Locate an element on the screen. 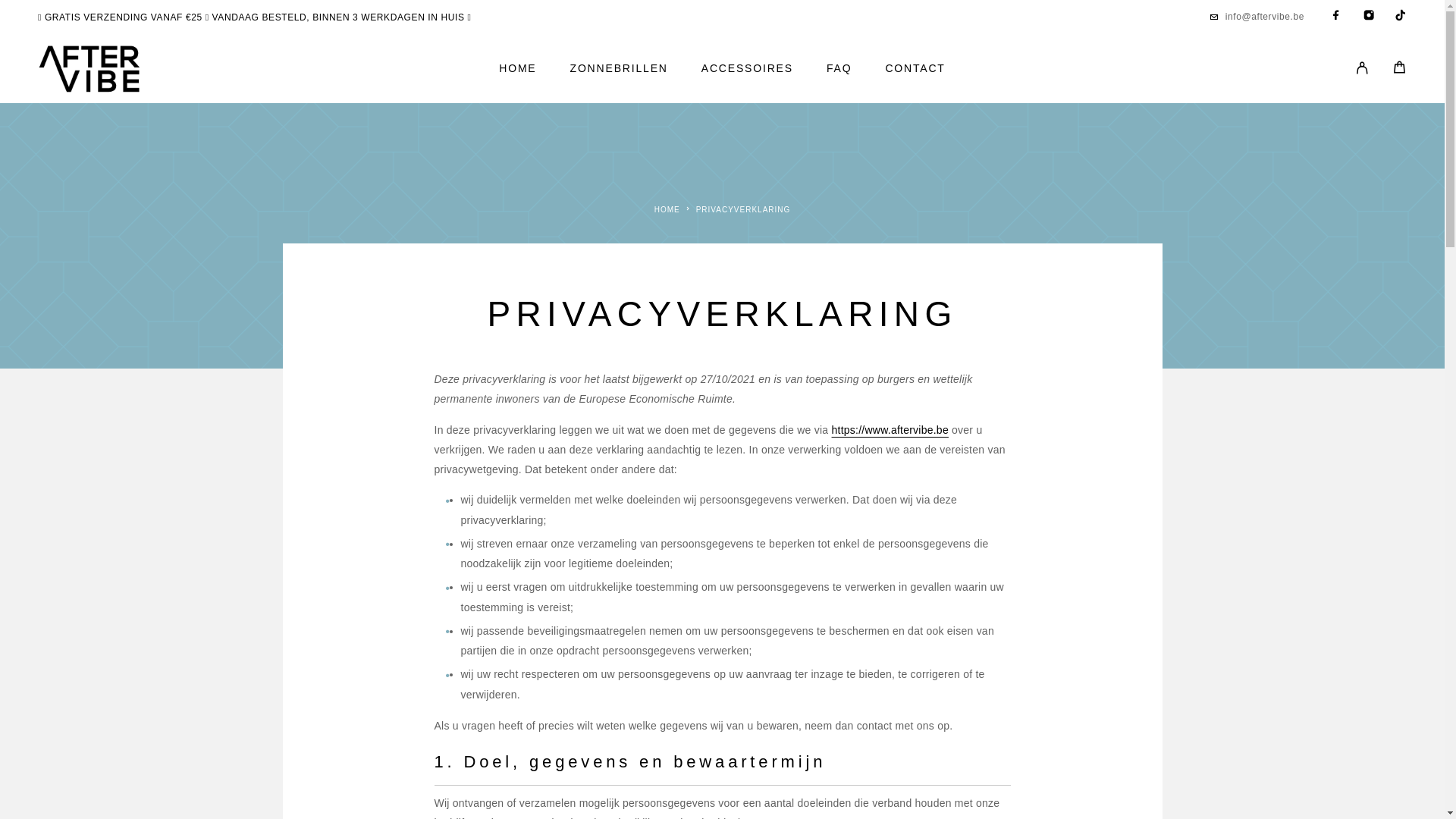 This screenshot has height=819, width=1456. 'Login' is located at coordinates (1343, 69).